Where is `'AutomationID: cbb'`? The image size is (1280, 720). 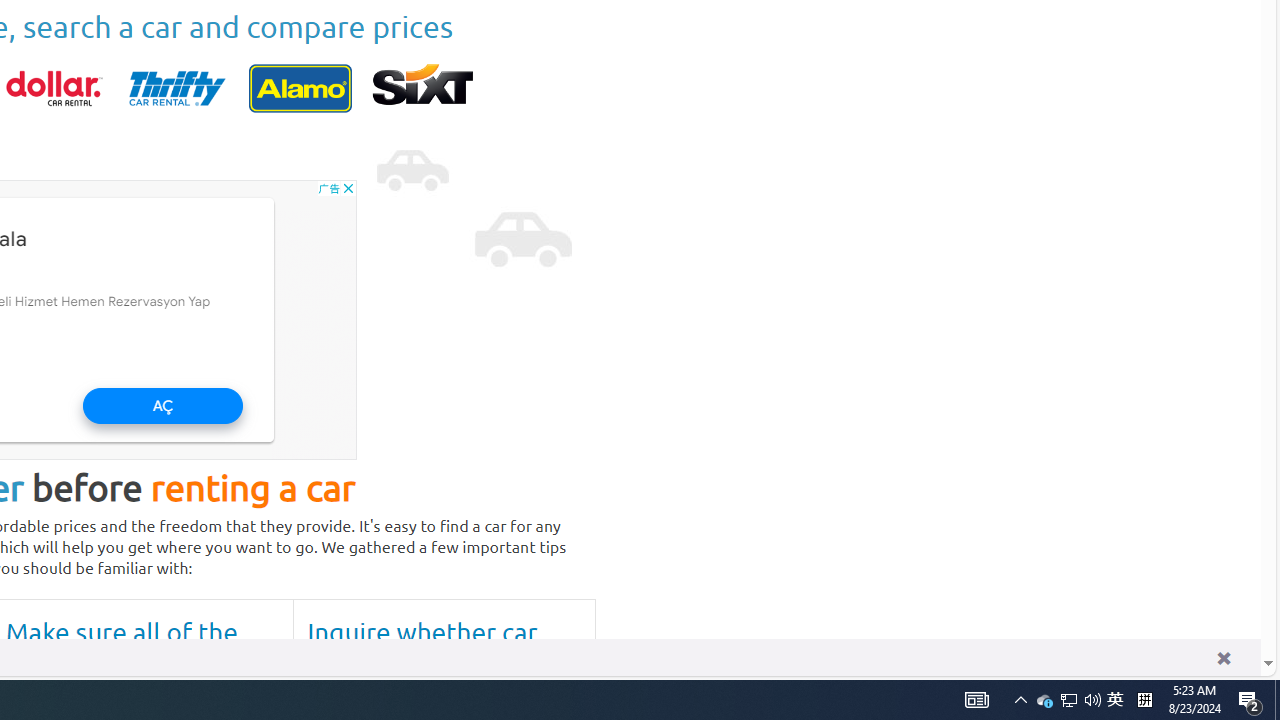 'AutomationID: cbb' is located at coordinates (348, 187).